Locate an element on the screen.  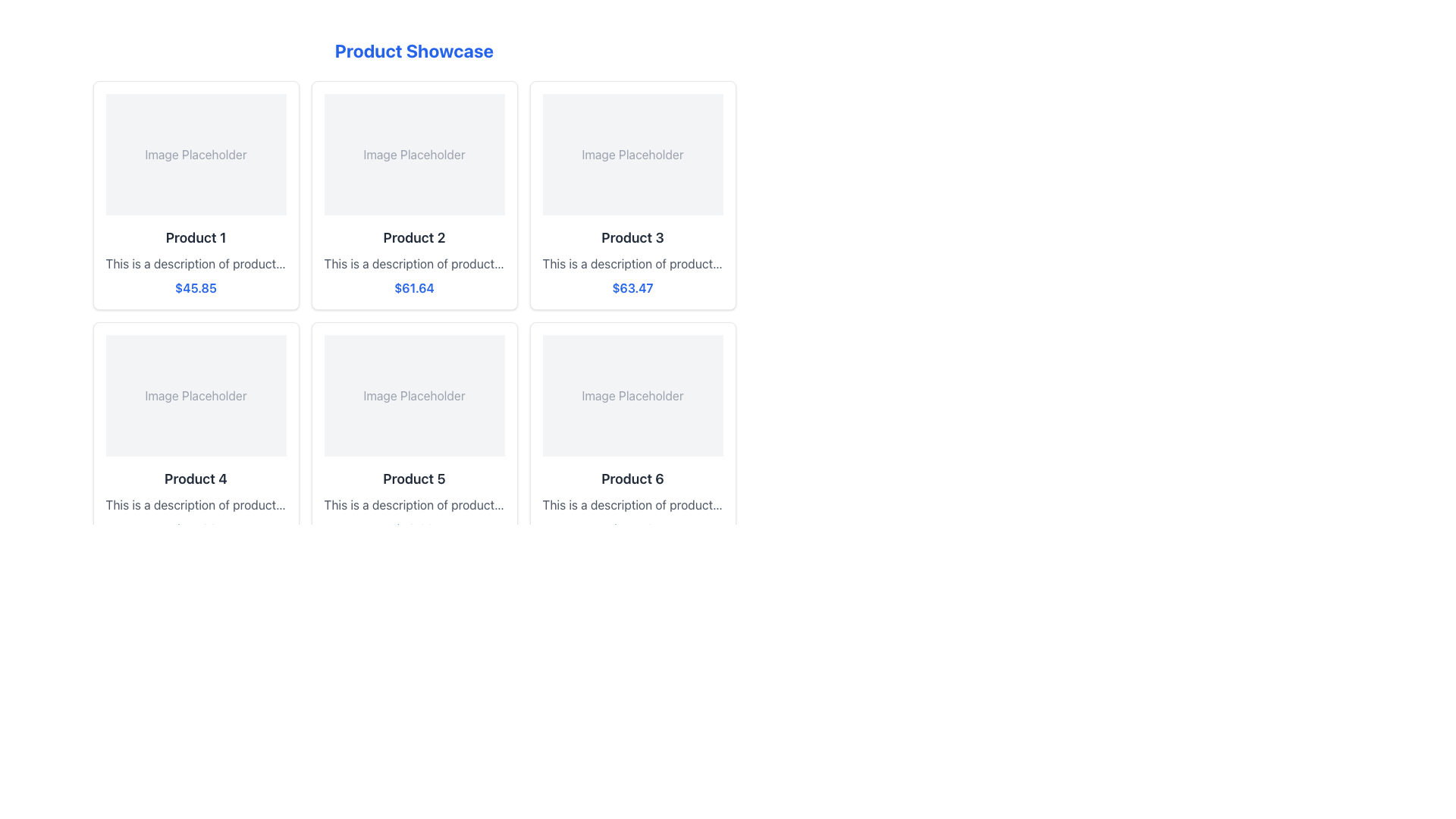
displayed text for 'Product 1' located in the top-left product card, positioned below the product name and above the price is located at coordinates (195, 262).